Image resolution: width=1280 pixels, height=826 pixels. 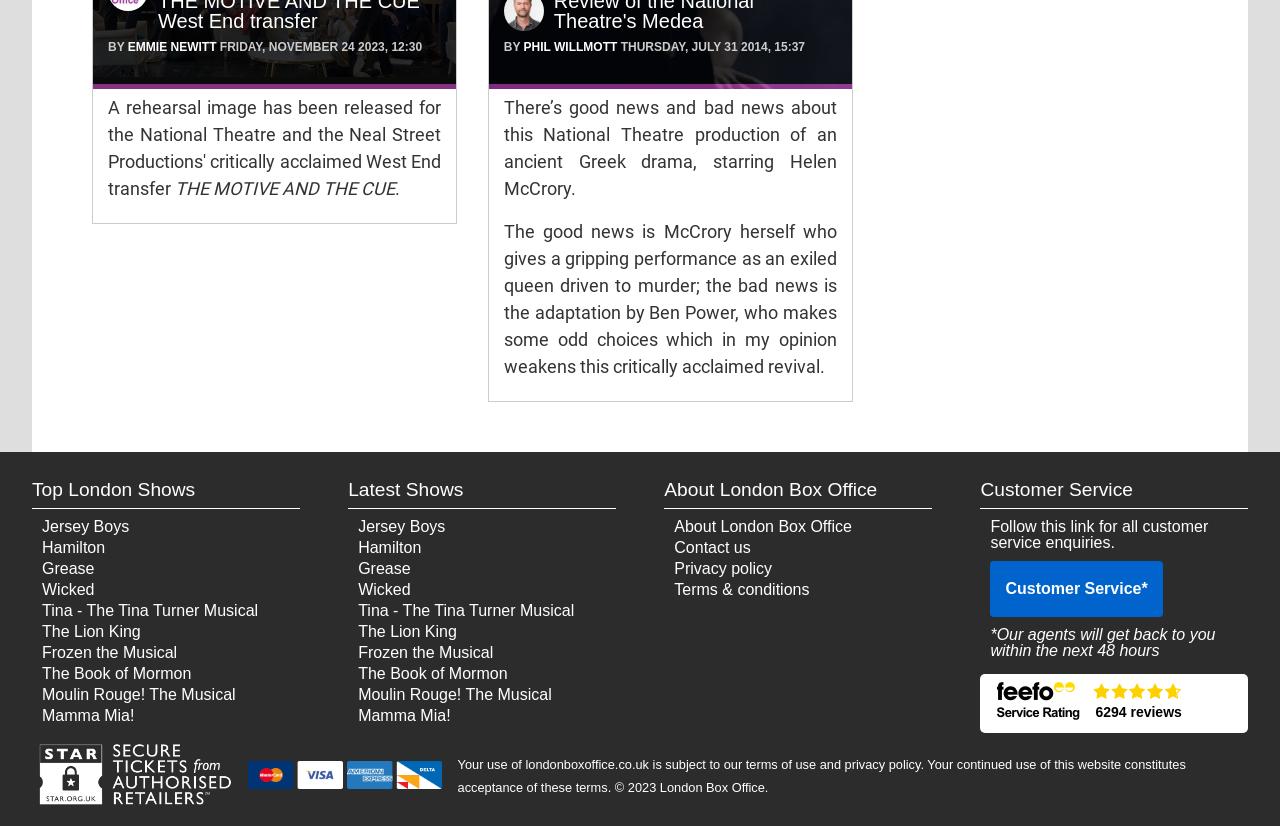 I want to click on 'THE MOTIVE AND THE CUE', so click(x=284, y=188).